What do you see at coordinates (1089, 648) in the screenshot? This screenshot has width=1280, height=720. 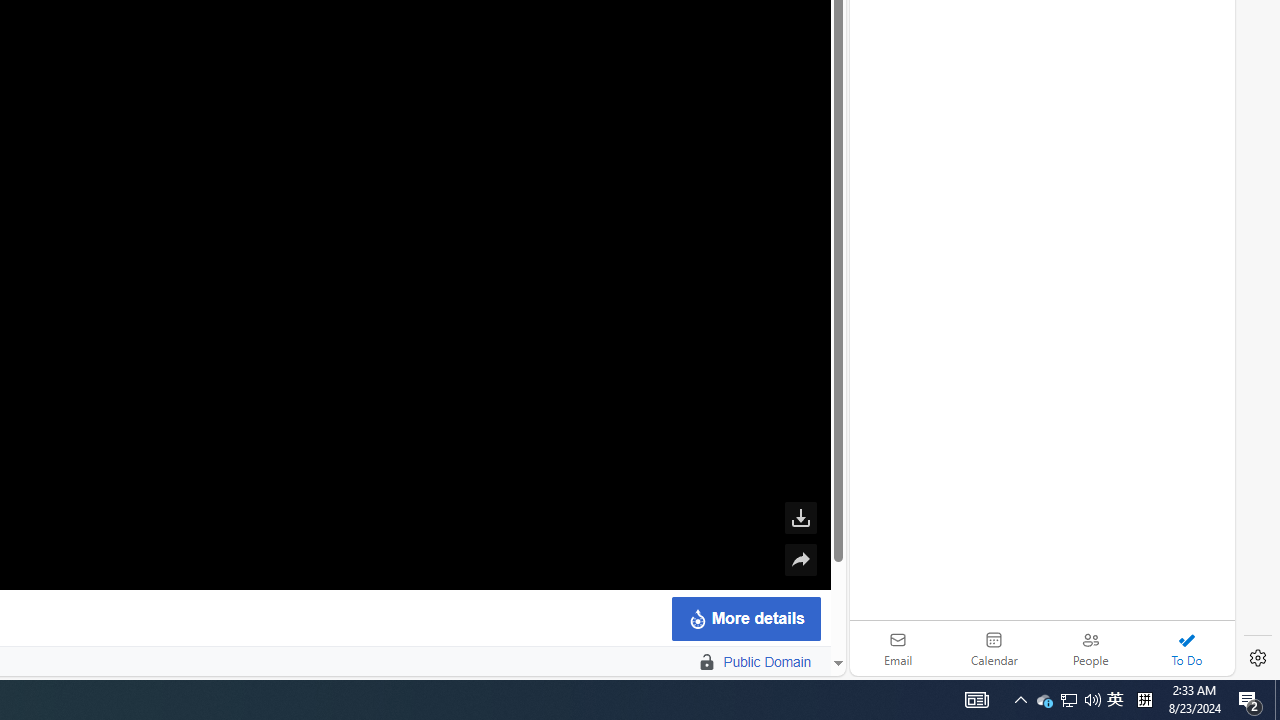 I see `'People'` at bounding box center [1089, 648].